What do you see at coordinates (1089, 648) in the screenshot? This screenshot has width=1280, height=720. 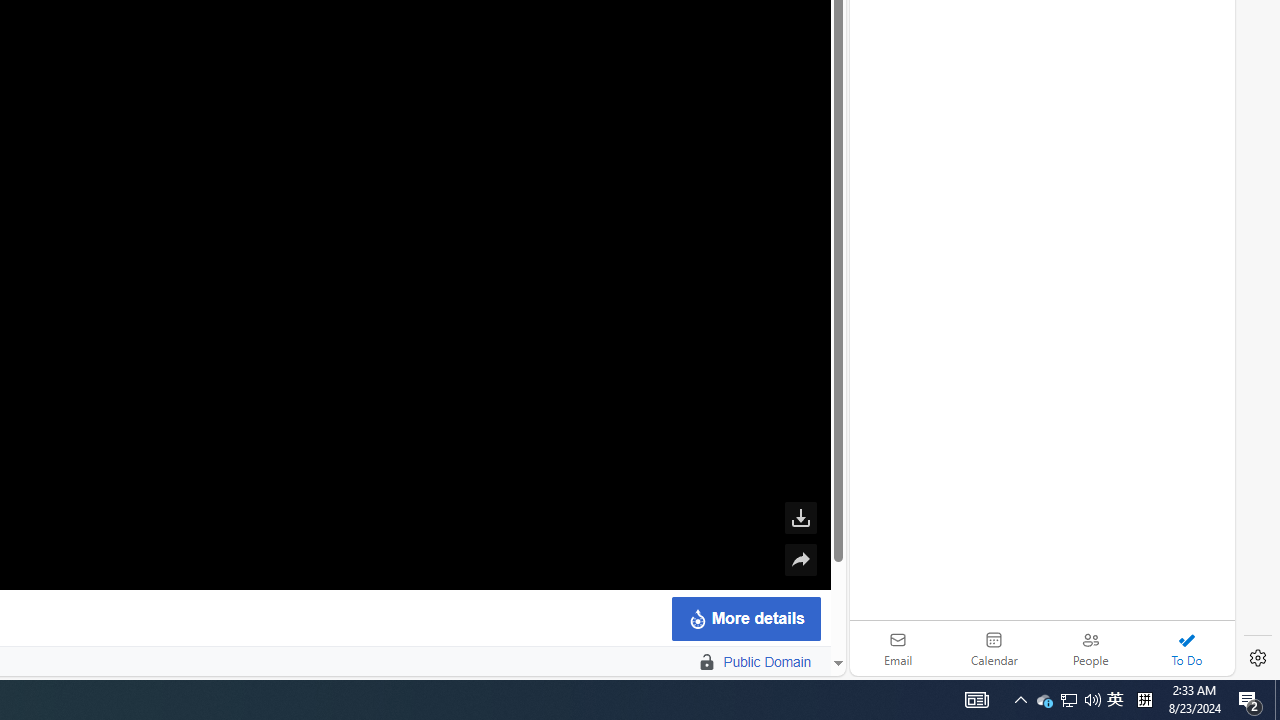 I see `'People'` at bounding box center [1089, 648].